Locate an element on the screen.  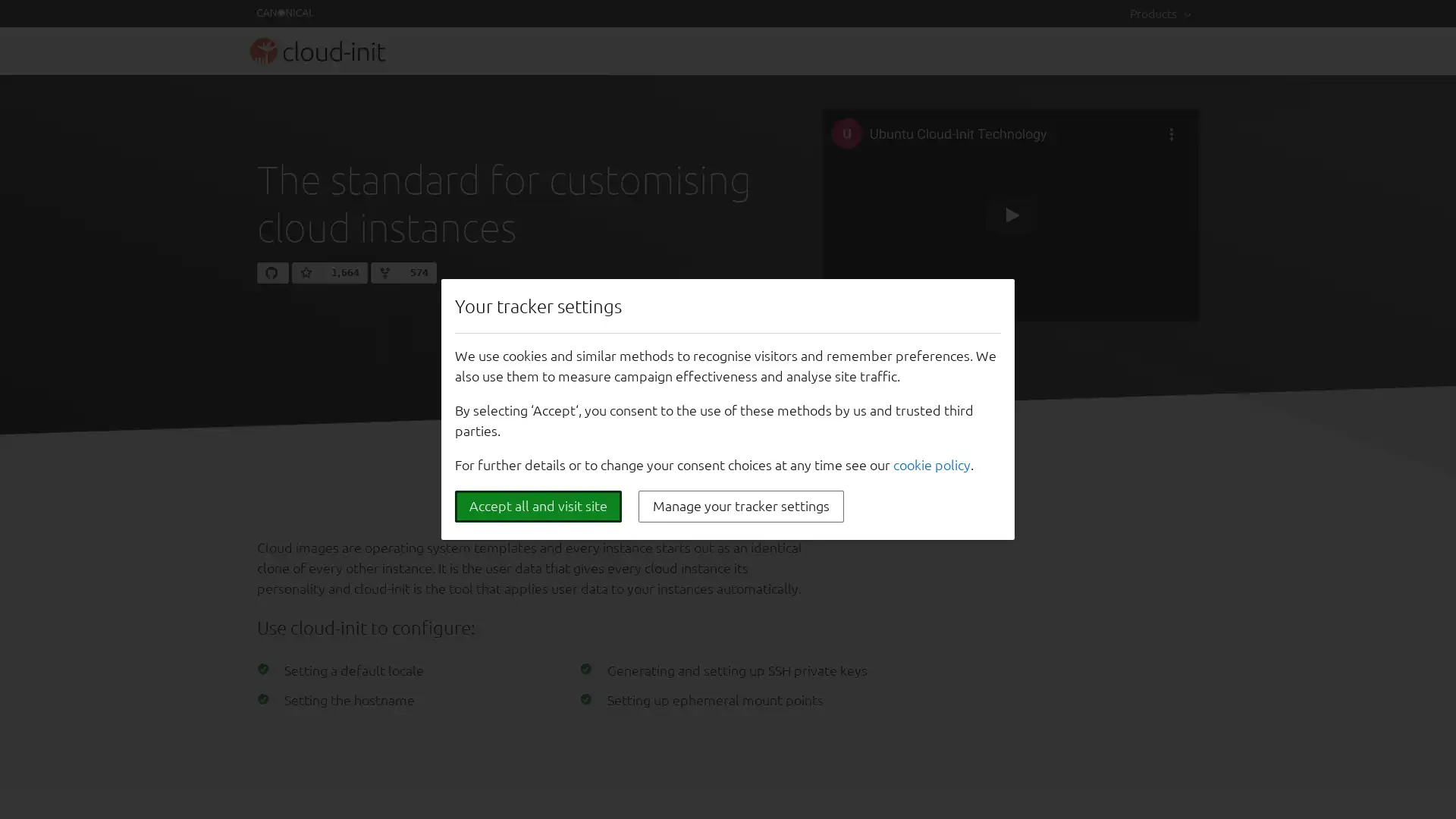
Manage your tracker settings is located at coordinates (741, 506).